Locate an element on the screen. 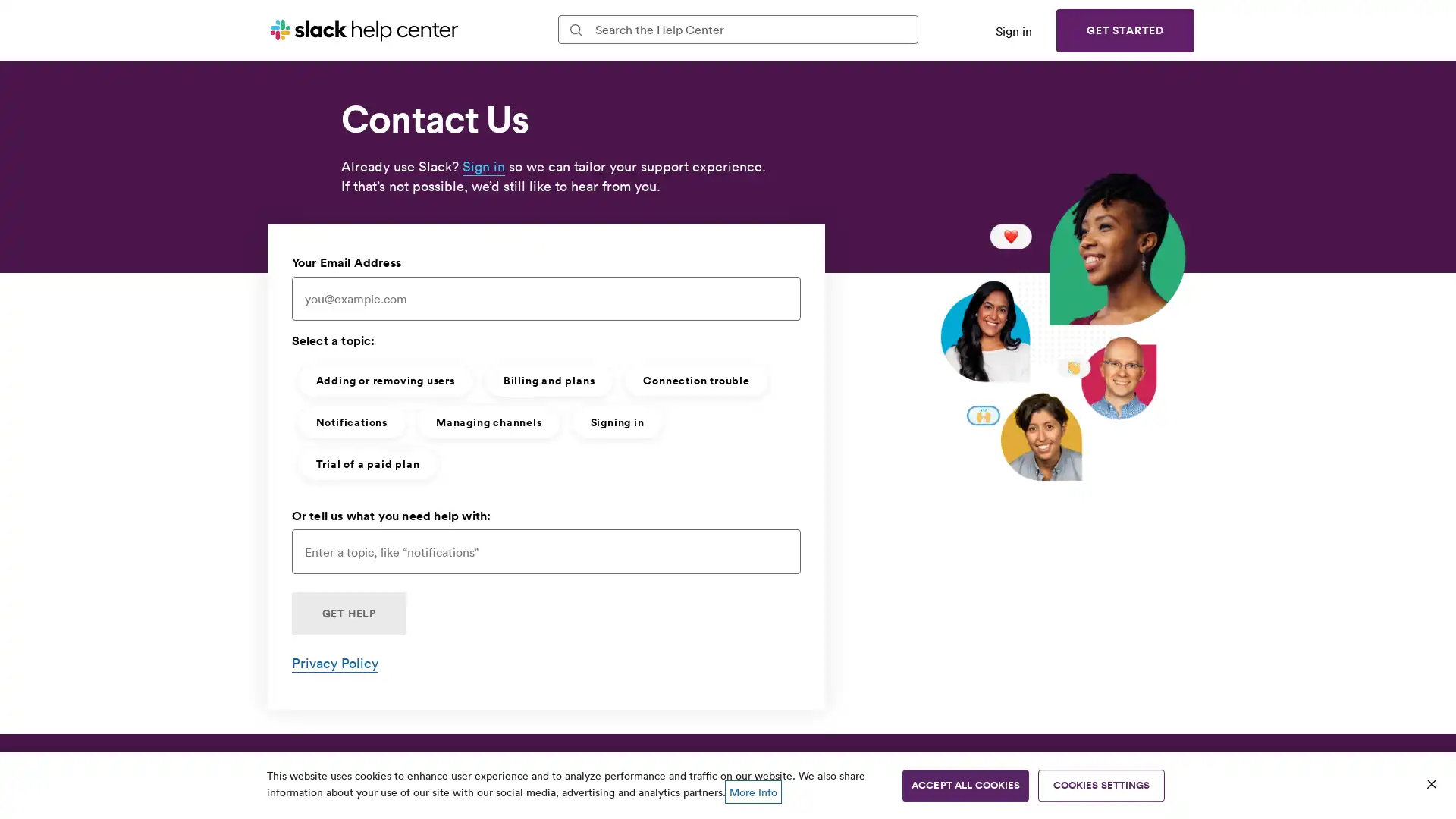 The width and height of the screenshot is (1456, 819). ACCEPT ALL COOKIES is located at coordinates (965, 785).